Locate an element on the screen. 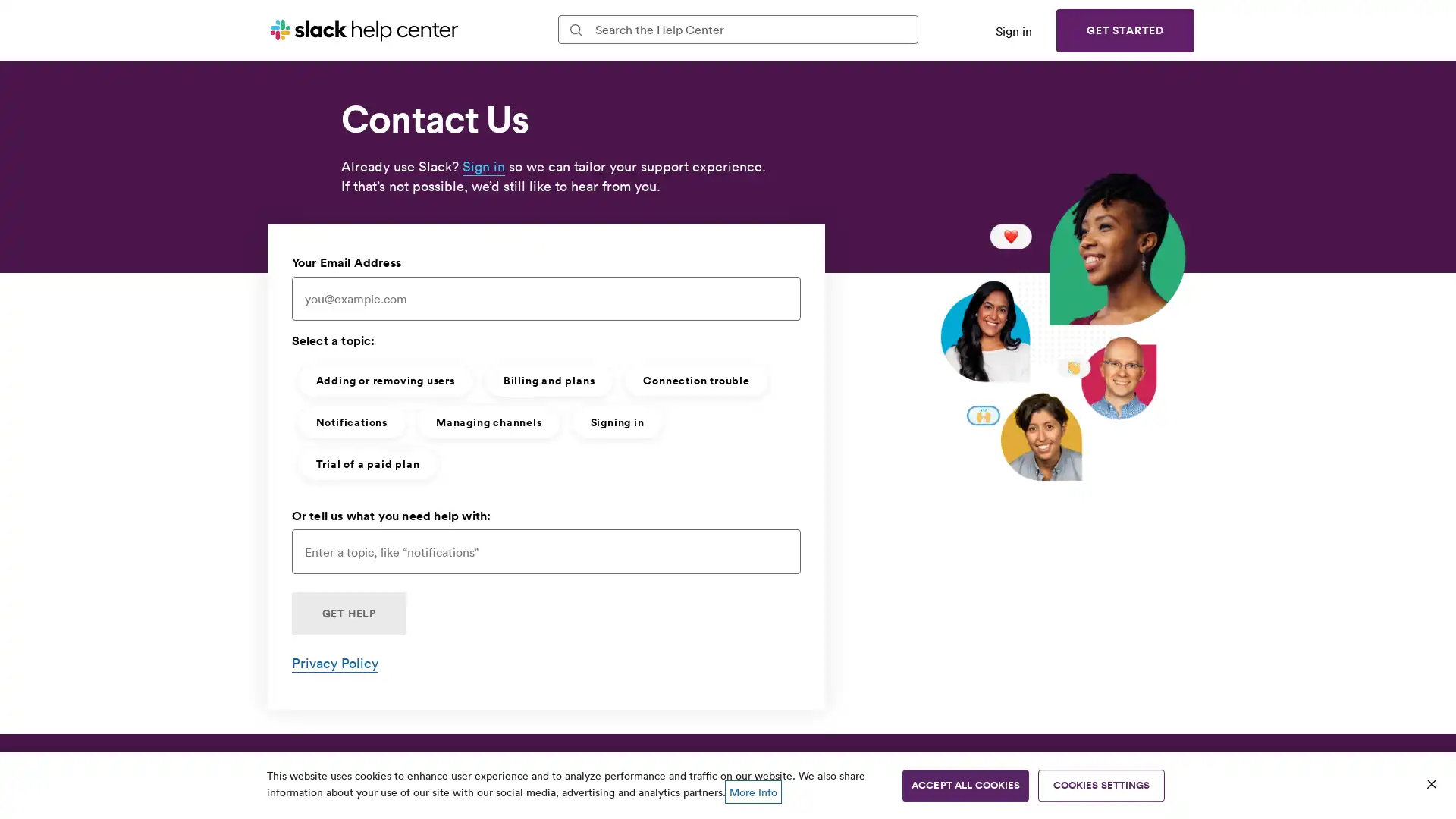 The width and height of the screenshot is (1456, 819). ACCEPT ALL COOKIES is located at coordinates (965, 785).